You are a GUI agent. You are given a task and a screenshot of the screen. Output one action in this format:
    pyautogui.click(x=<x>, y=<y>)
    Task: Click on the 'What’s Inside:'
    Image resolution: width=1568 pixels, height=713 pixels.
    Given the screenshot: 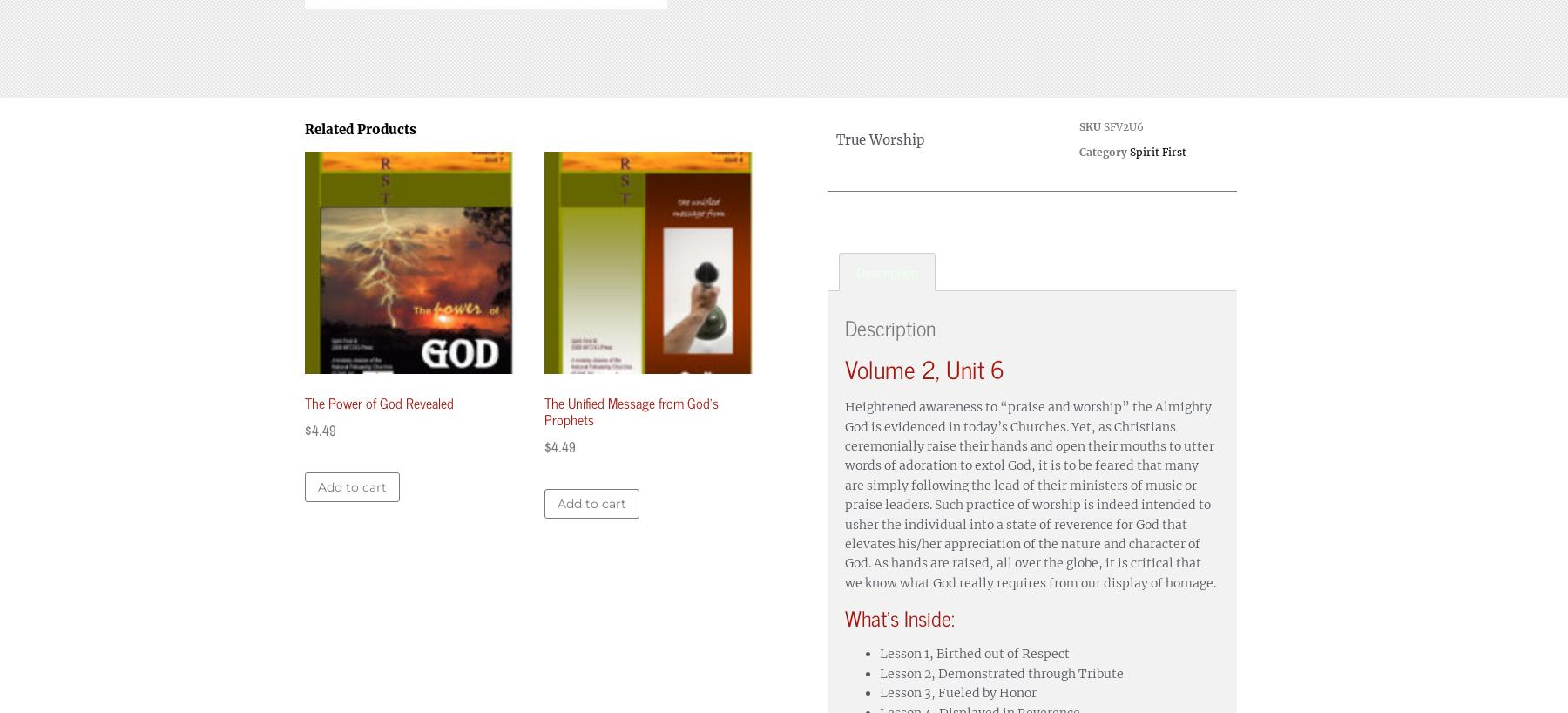 What is the action you would take?
    pyautogui.click(x=900, y=615)
    